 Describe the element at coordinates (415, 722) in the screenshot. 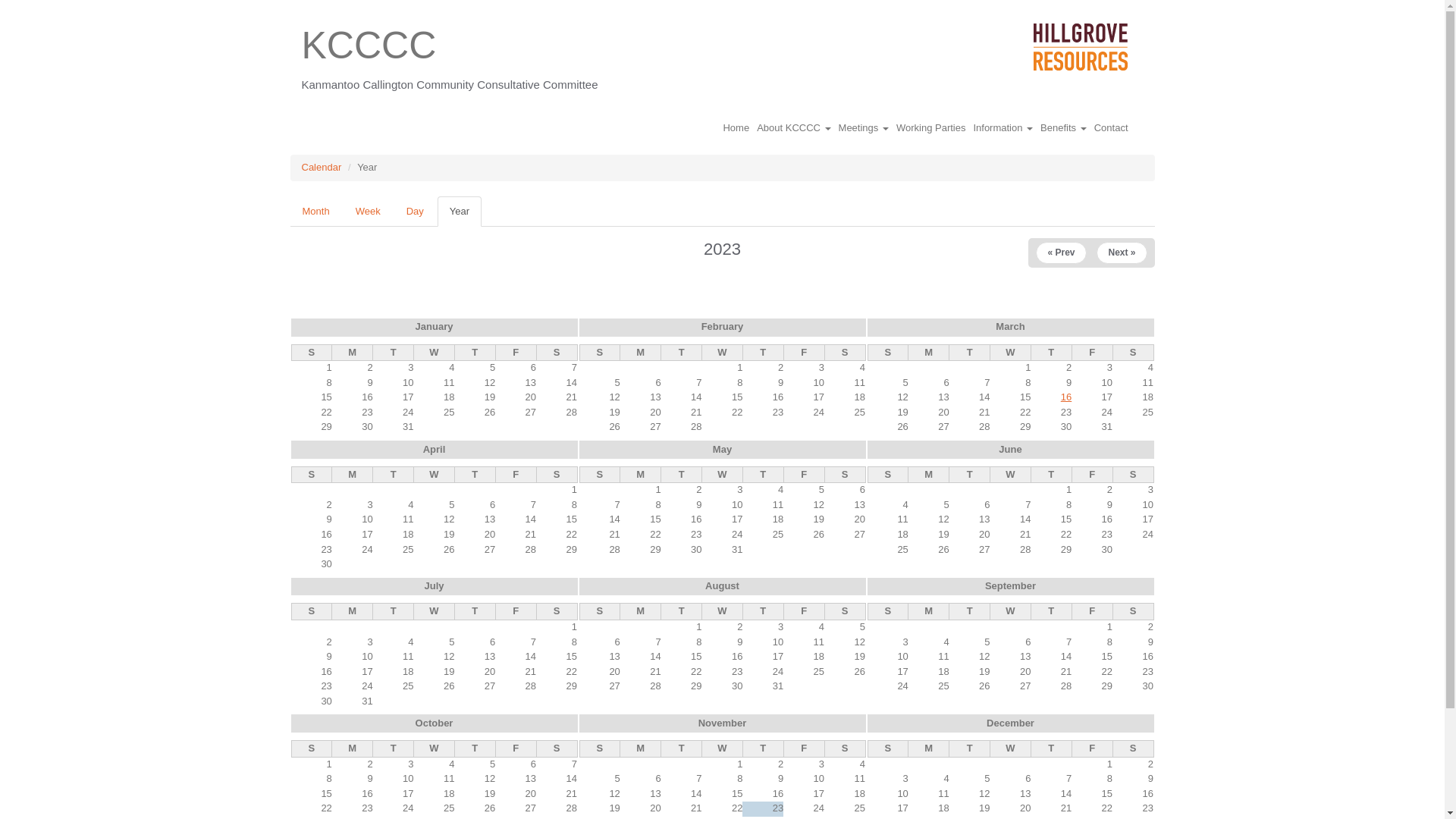

I see `'October'` at that location.